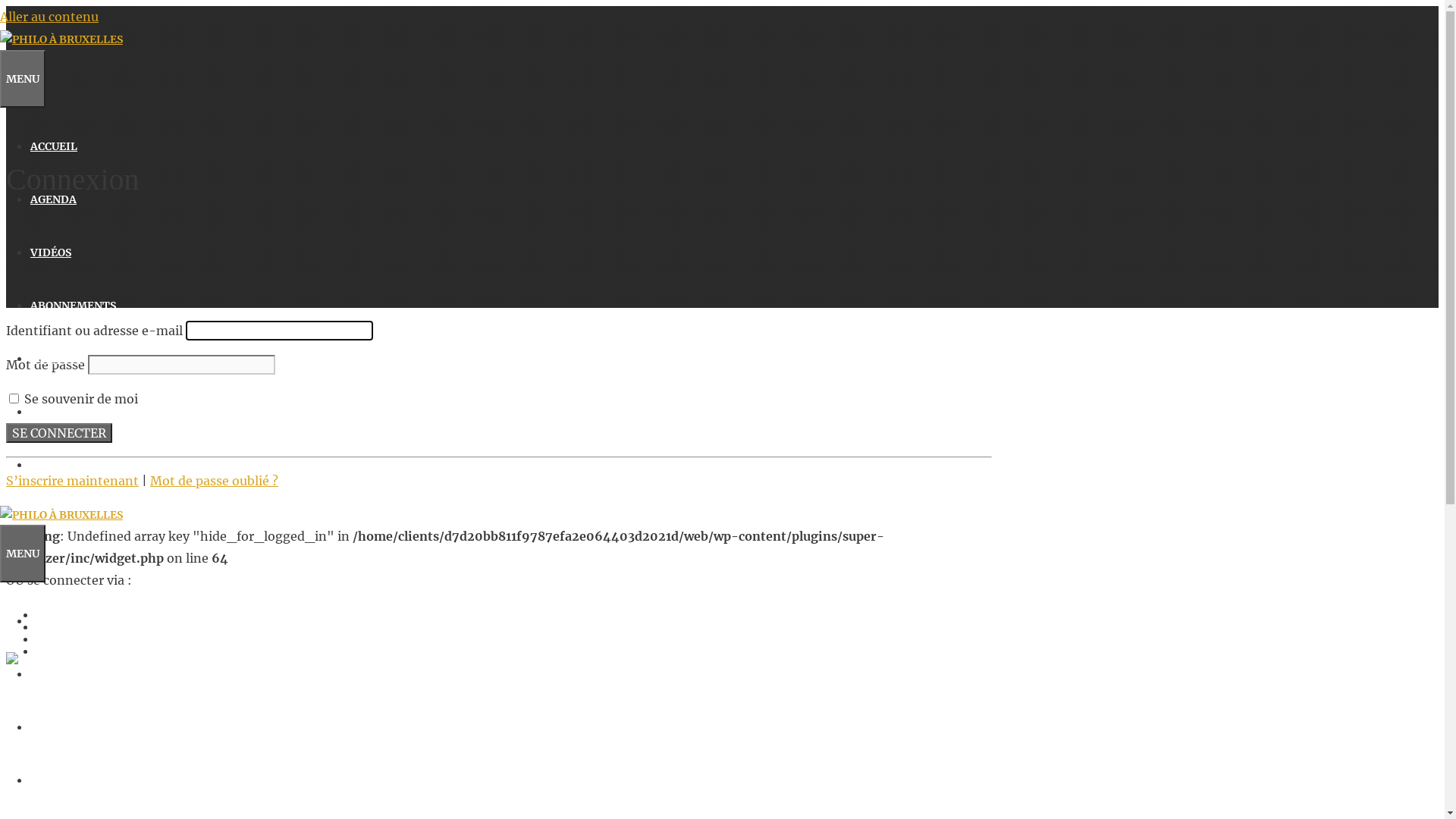  I want to click on 'AGENDA', so click(53, 673).